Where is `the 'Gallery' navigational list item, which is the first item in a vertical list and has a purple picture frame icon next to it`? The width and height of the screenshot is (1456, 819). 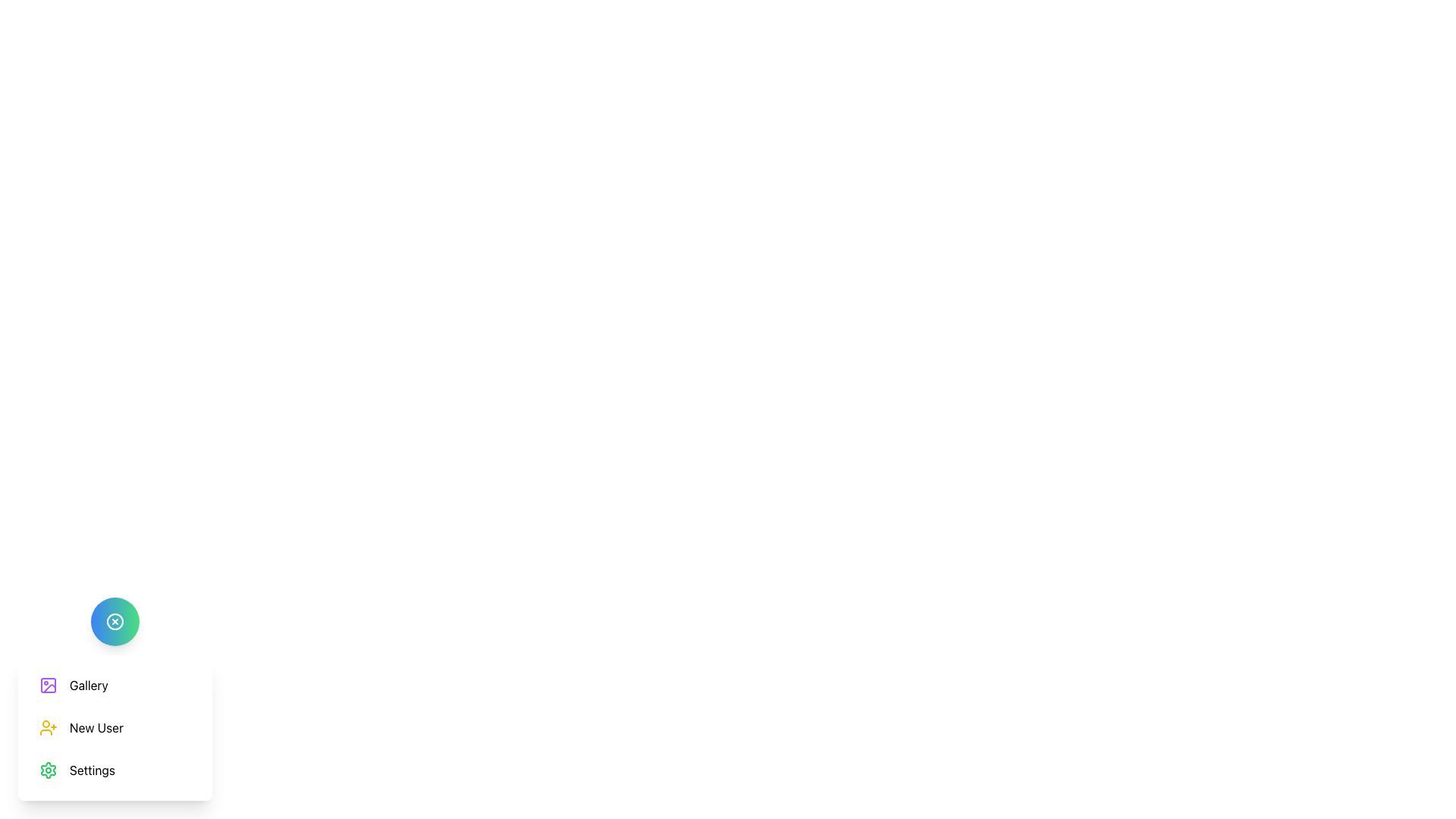 the 'Gallery' navigational list item, which is the first item in a vertical list and has a purple picture frame icon next to it is located at coordinates (73, 685).